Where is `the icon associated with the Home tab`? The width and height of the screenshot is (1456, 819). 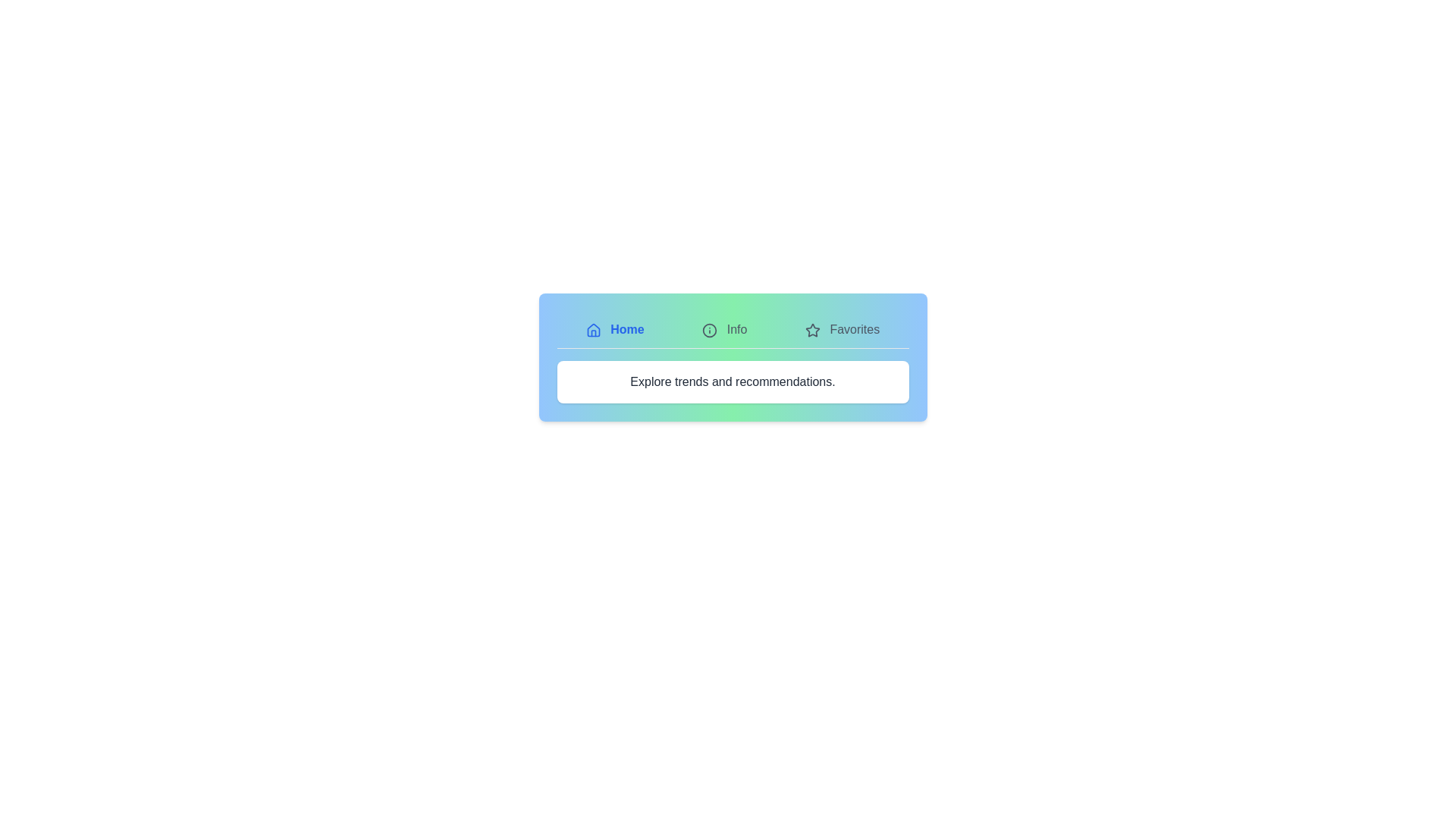 the icon associated with the Home tab is located at coordinates (592, 329).